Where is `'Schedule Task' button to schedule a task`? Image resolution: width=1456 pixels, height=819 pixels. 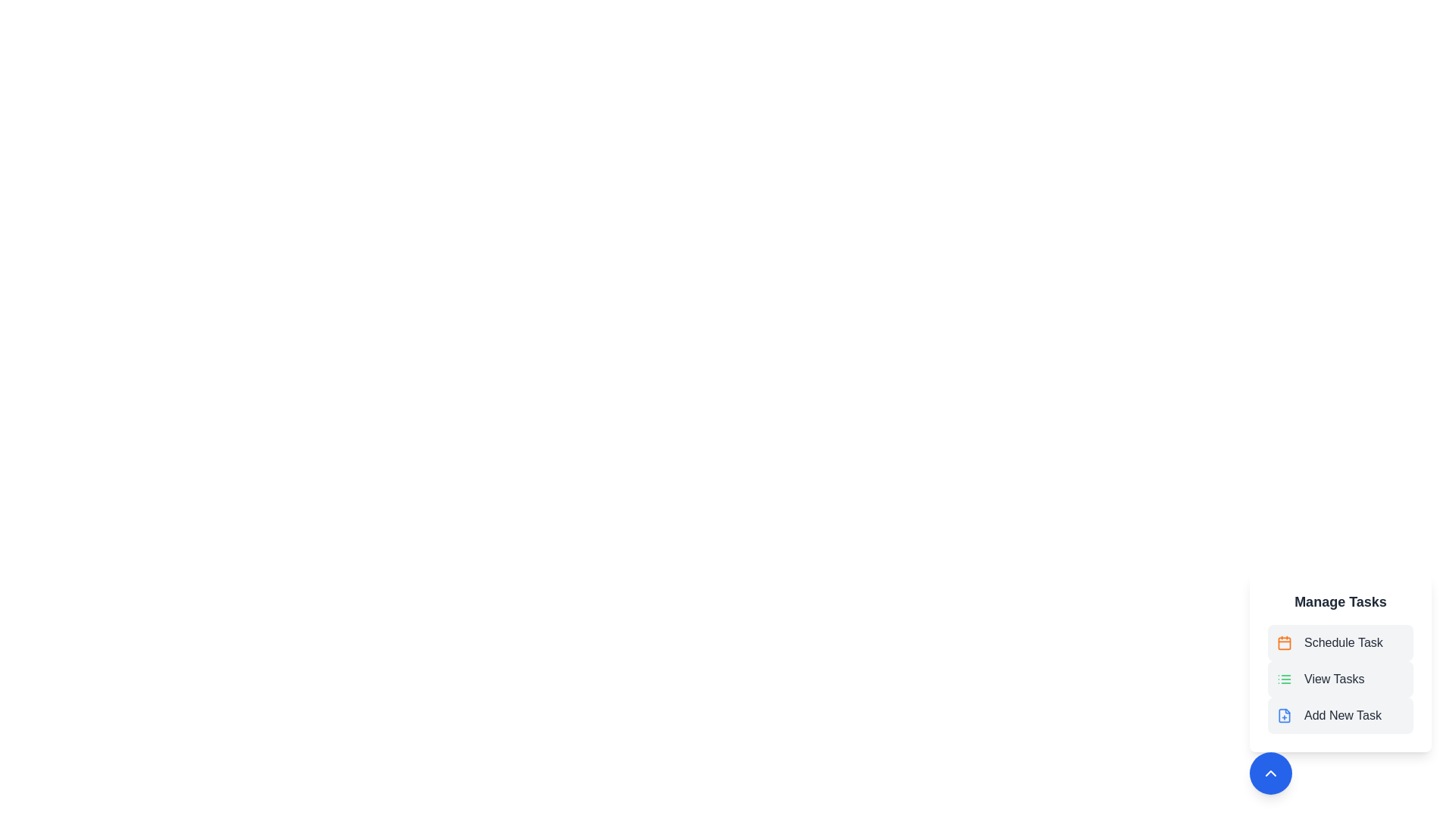 'Schedule Task' button to schedule a task is located at coordinates (1340, 643).